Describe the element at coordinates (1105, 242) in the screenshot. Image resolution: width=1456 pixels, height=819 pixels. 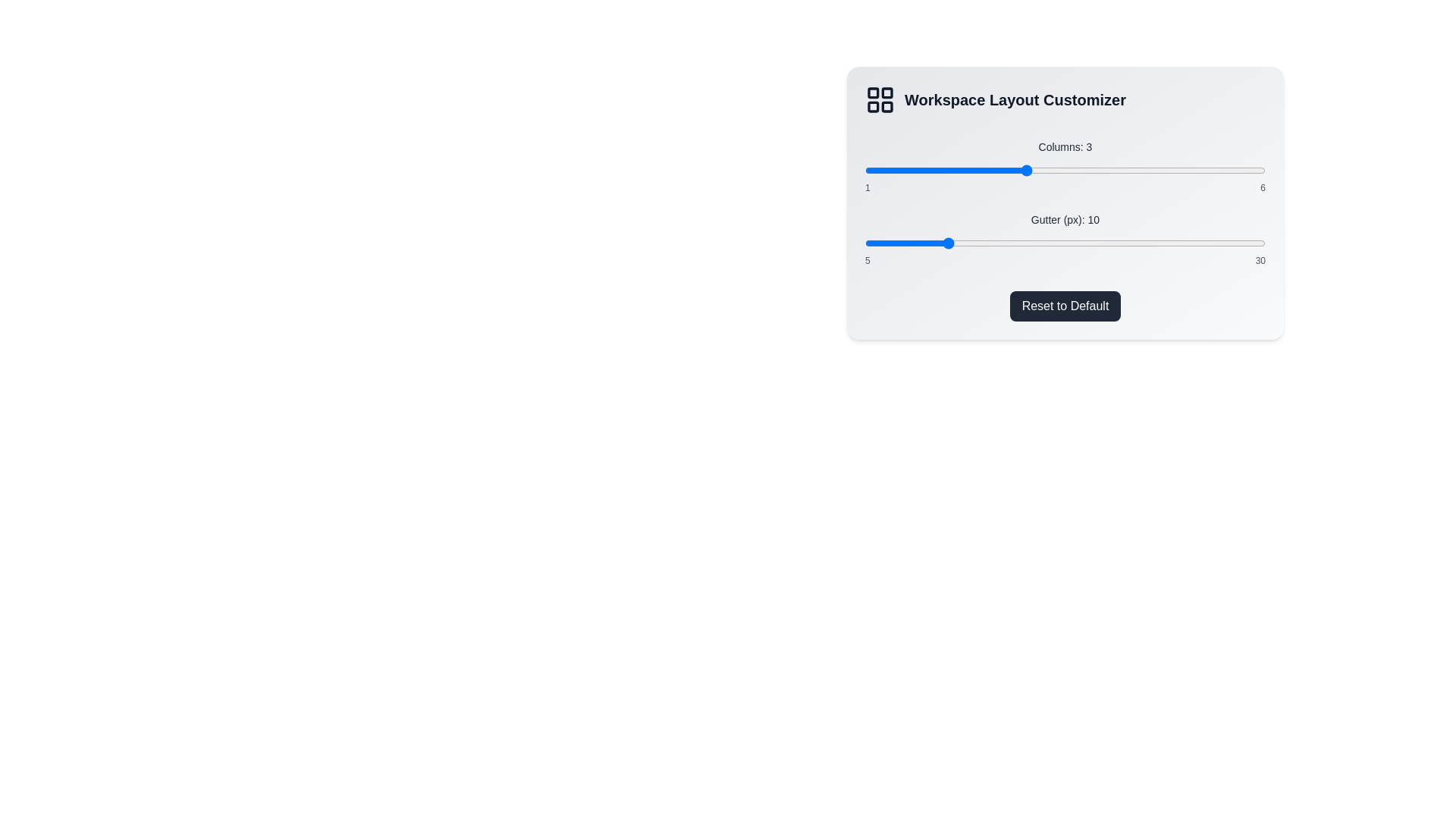
I see `the 'Gutter (px)' slider to set the gutter size to 20 px` at that location.